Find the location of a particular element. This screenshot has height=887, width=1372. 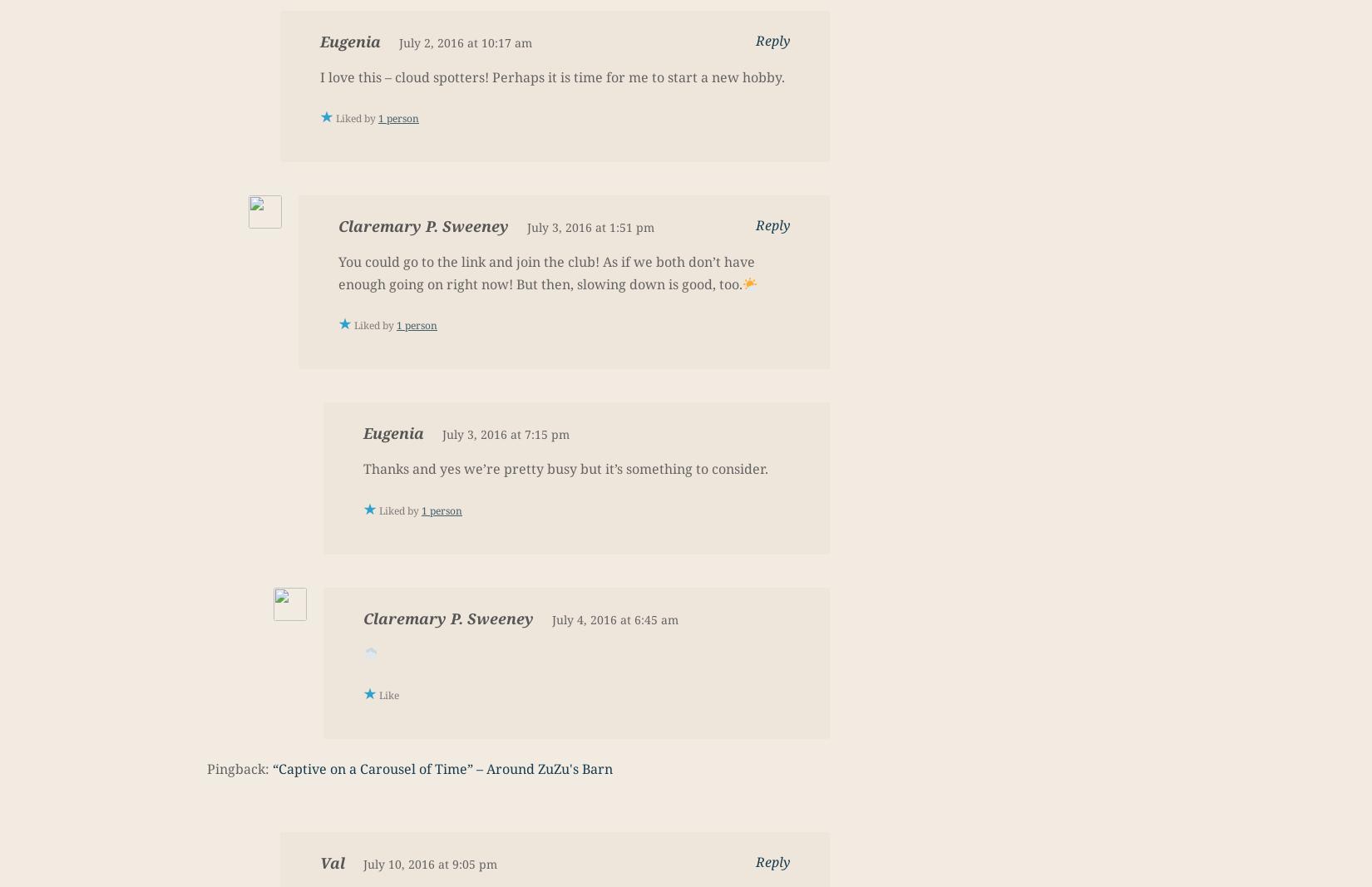

'July 3, 2016 at 7:15 pm' is located at coordinates (505, 433).